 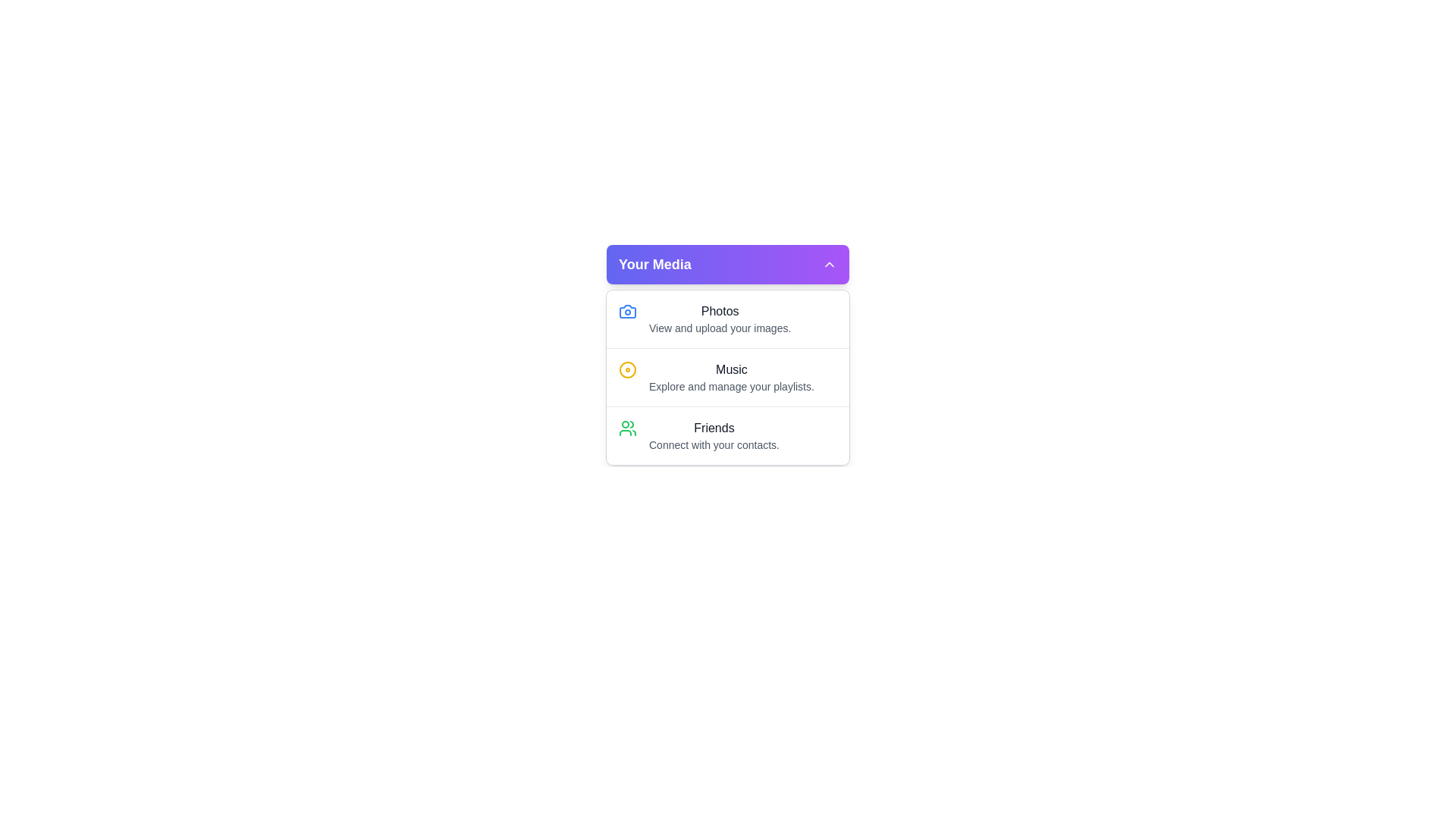 What do you see at coordinates (731, 370) in the screenshot?
I see `the title text label of the 'Music' section in the media manager interface, which is centrally positioned above the text 'Explore and manage your playlists.'` at bounding box center [731, 370].